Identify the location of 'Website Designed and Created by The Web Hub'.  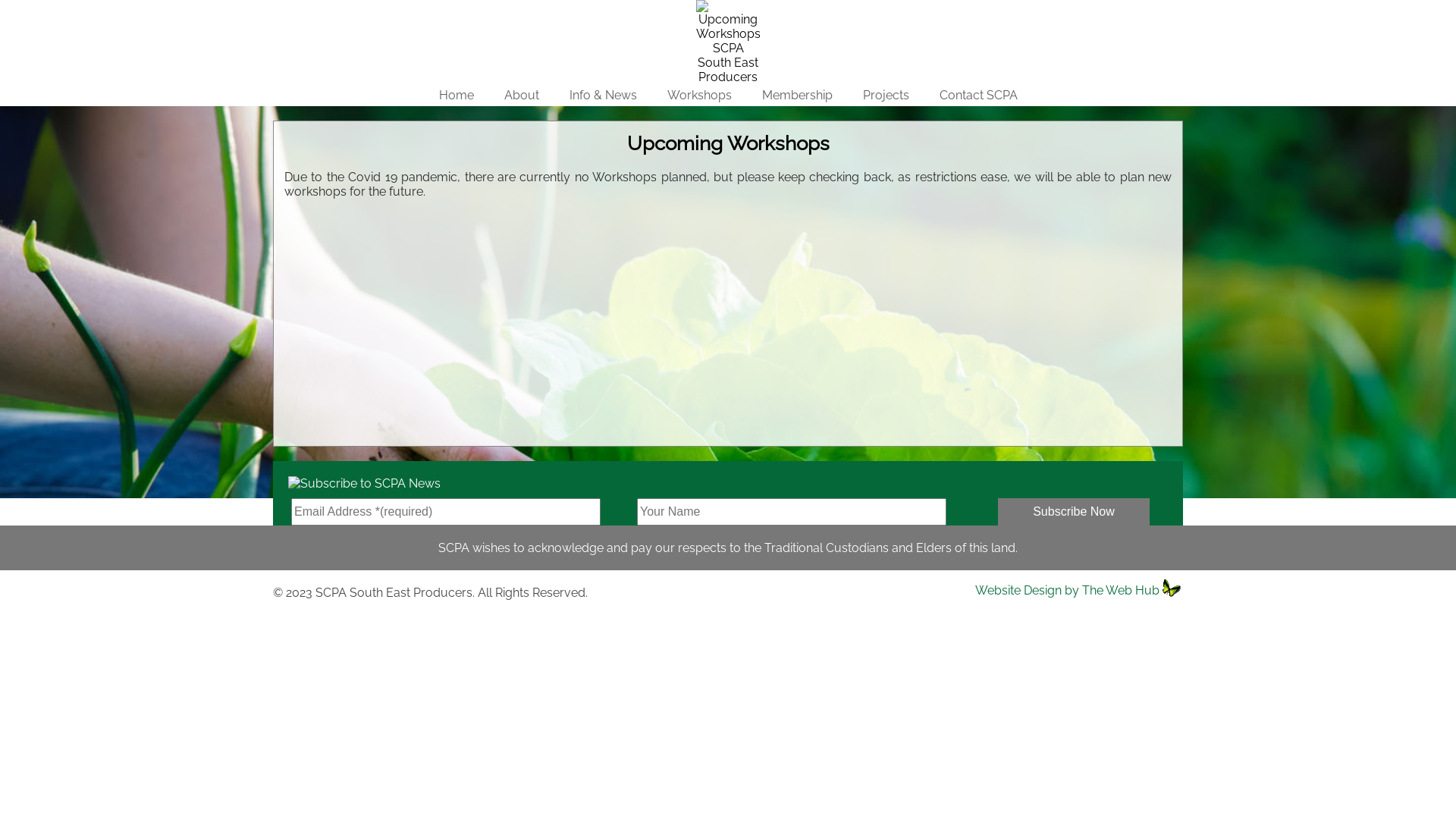
(1172, 587).